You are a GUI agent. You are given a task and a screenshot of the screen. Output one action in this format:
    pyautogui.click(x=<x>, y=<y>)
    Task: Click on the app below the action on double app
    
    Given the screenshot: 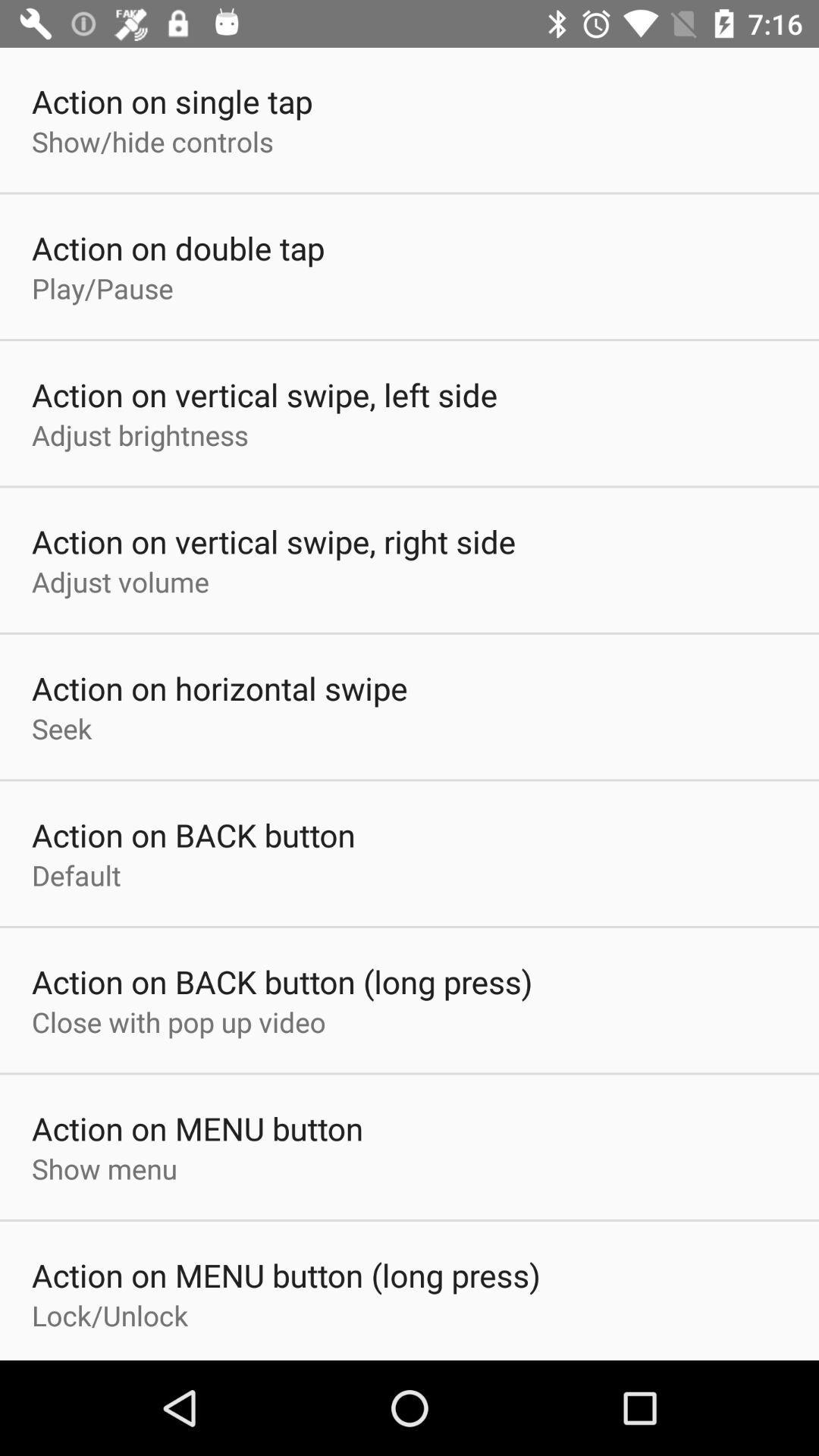 What is the action you would take?
    pyautogui.click(x=102, y=288)
    